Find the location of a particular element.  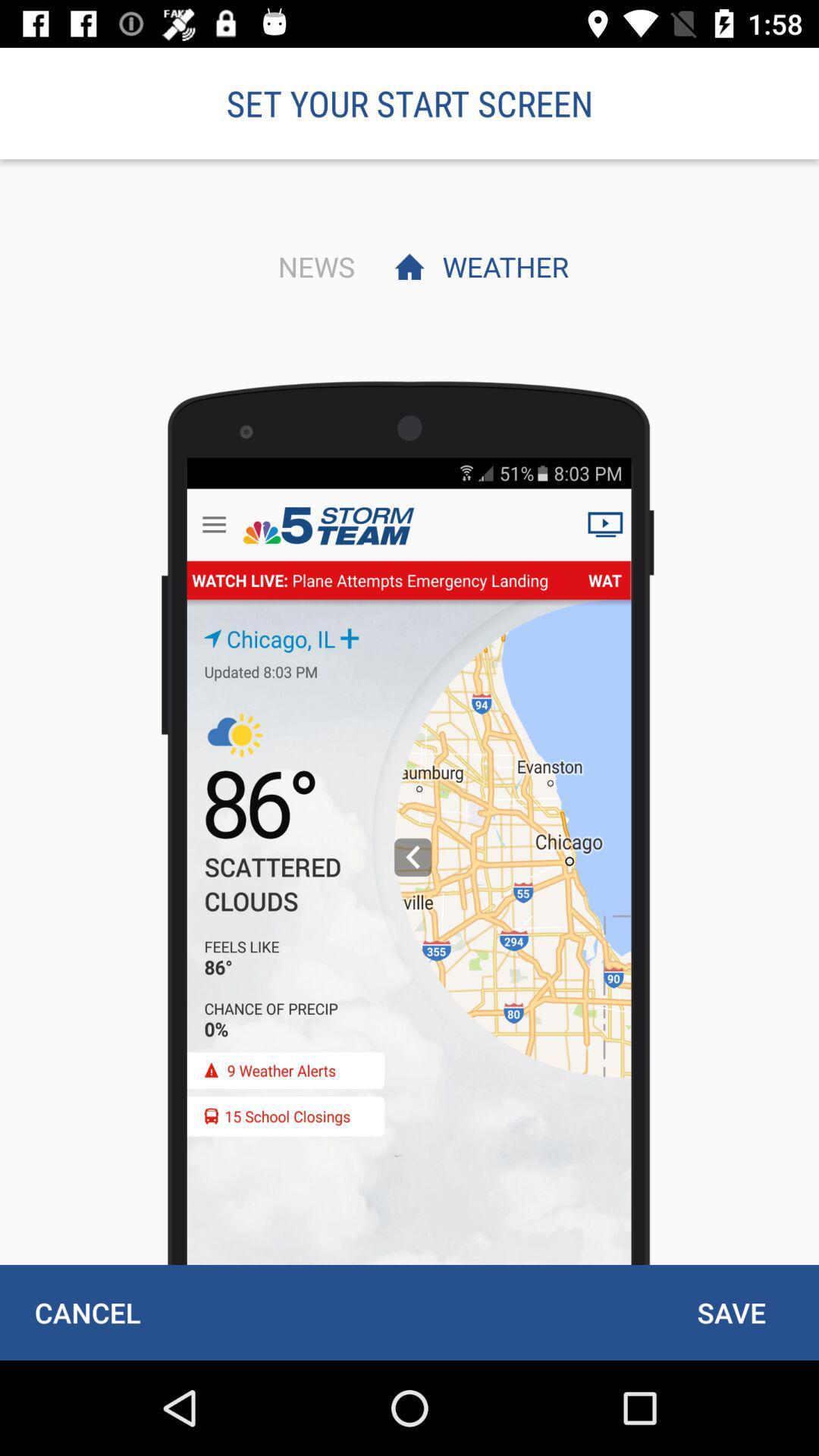

item below set your start item is located at coordinates (501, 266).